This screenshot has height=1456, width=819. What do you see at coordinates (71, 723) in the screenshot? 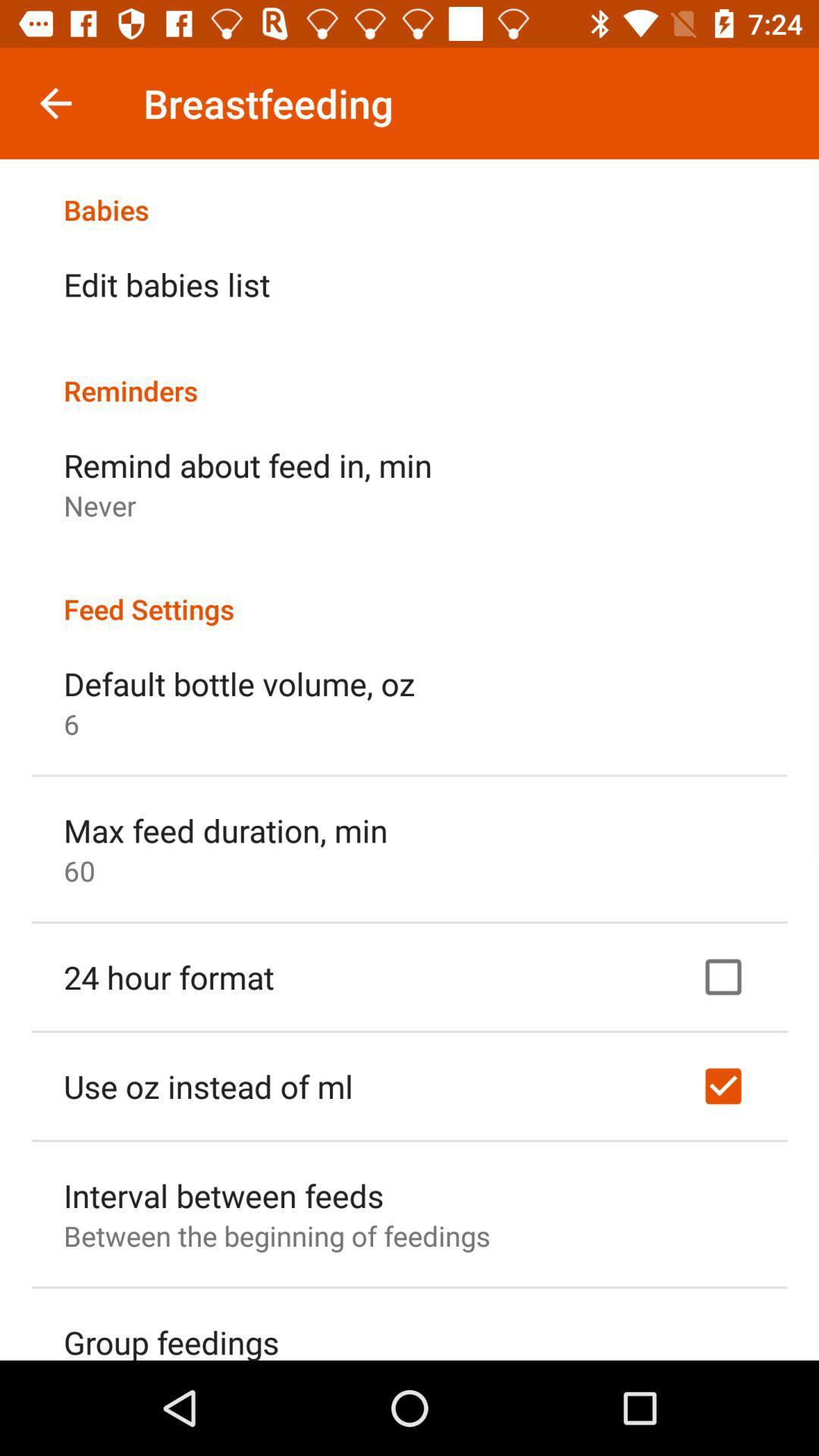
I see `the item below default bottle volume item` at bounding box center [71, 723].